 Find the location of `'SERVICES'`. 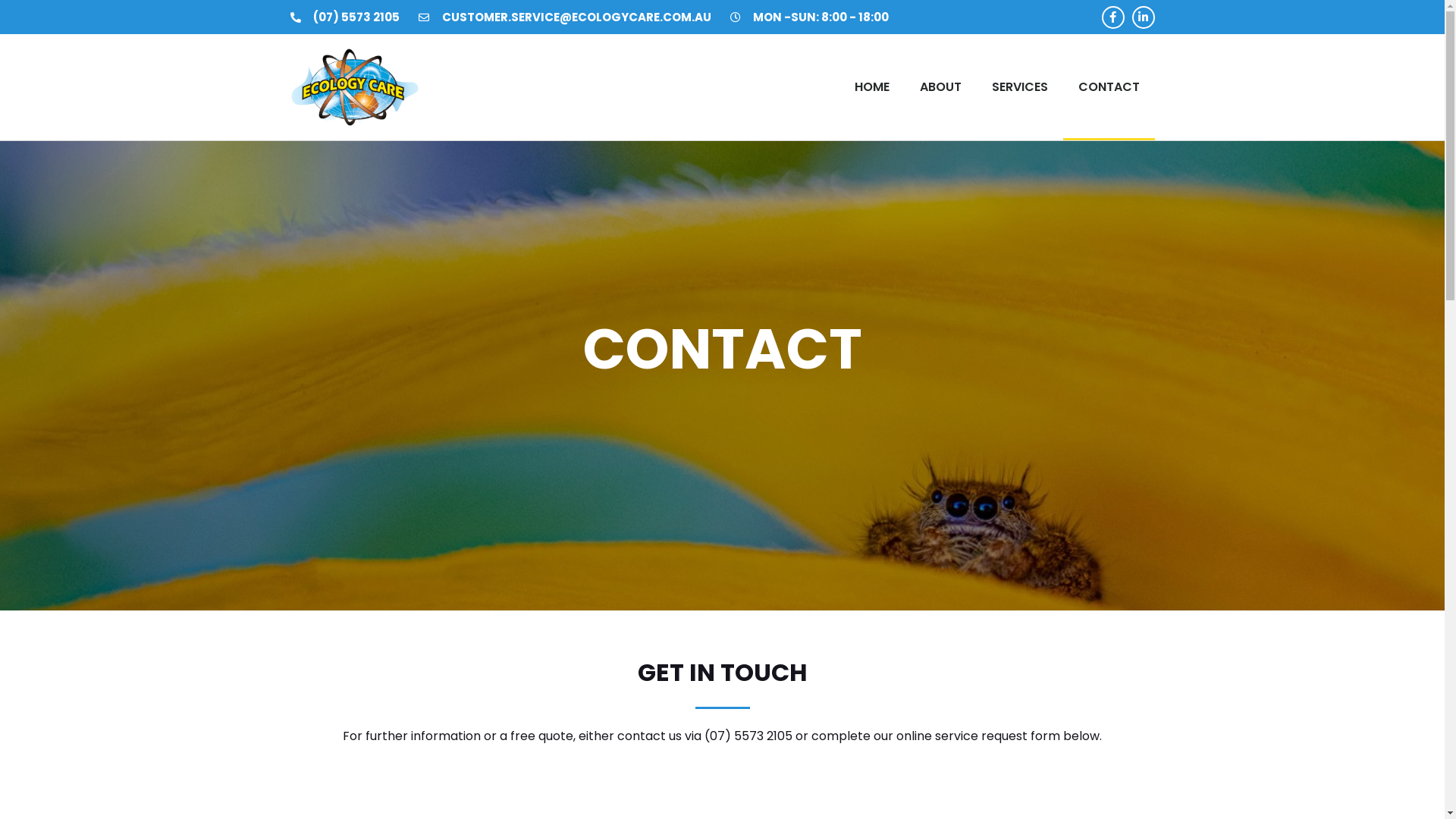

'SERVICES' is located at coordinates (1019, 87).